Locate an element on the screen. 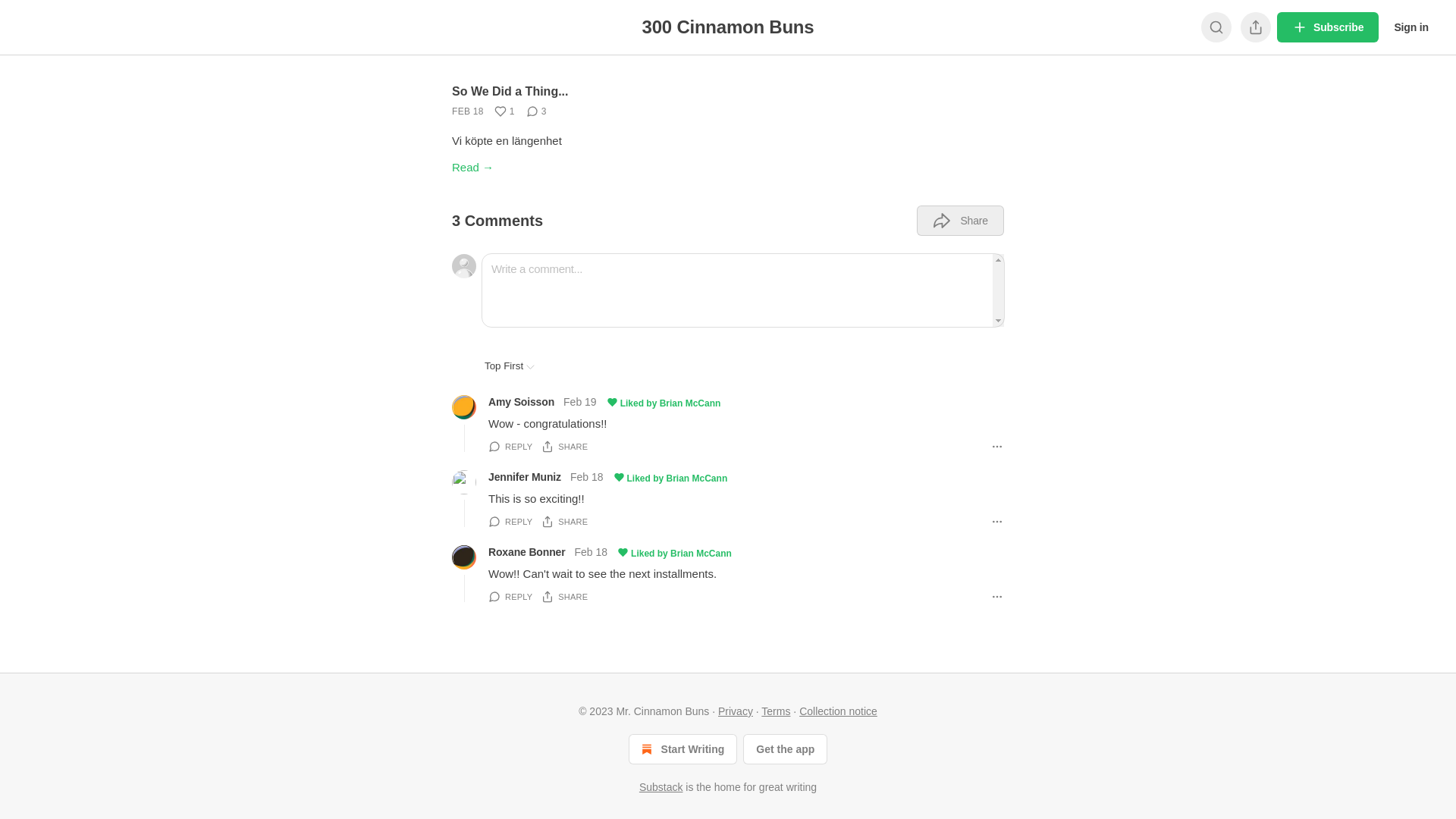 This screenshot has width=1456, height=819. 'Jennifer Muniz' is located at coordinates (524, 475).